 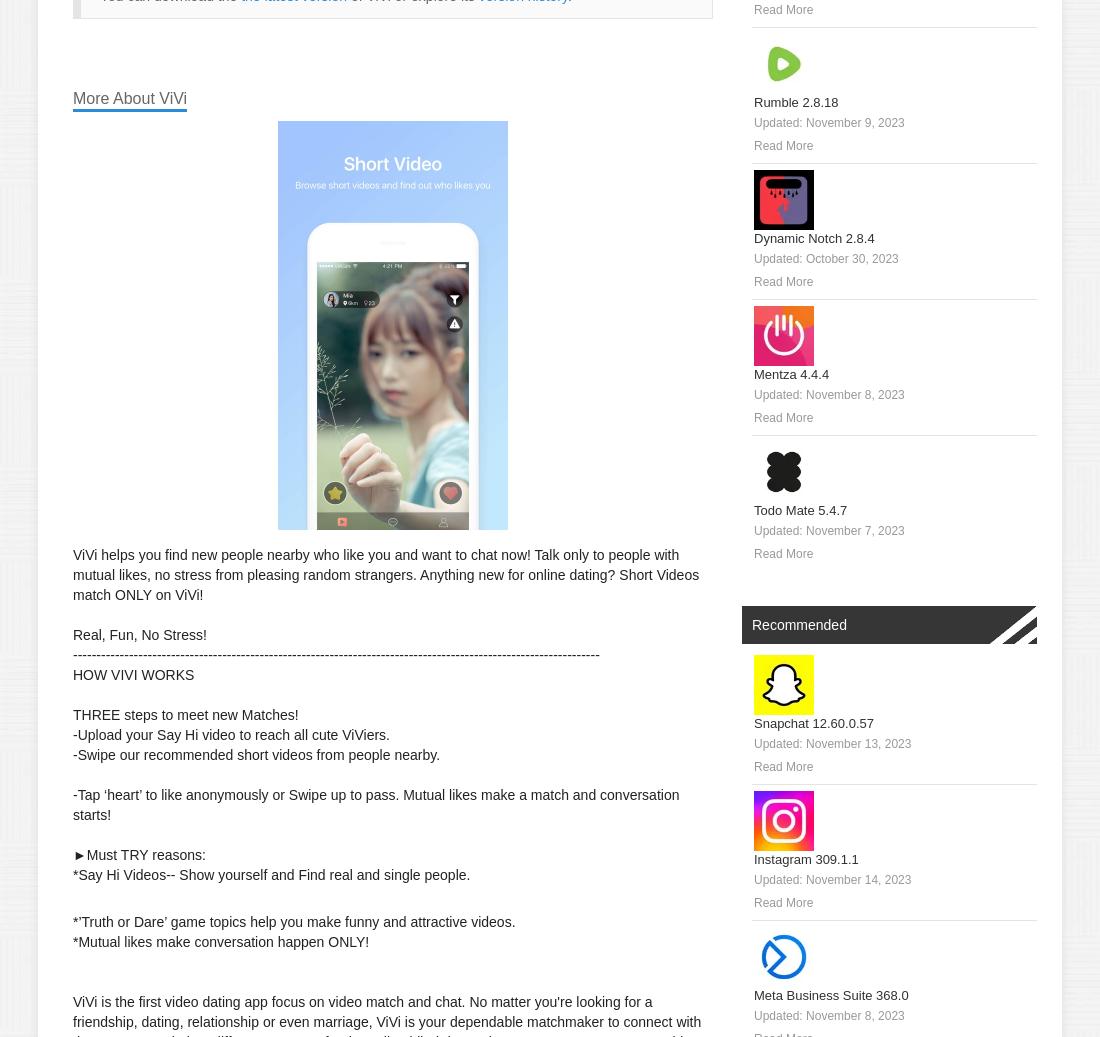 I want to click on 'Todo Mate 5.4.7', so click(x=800, y=509).